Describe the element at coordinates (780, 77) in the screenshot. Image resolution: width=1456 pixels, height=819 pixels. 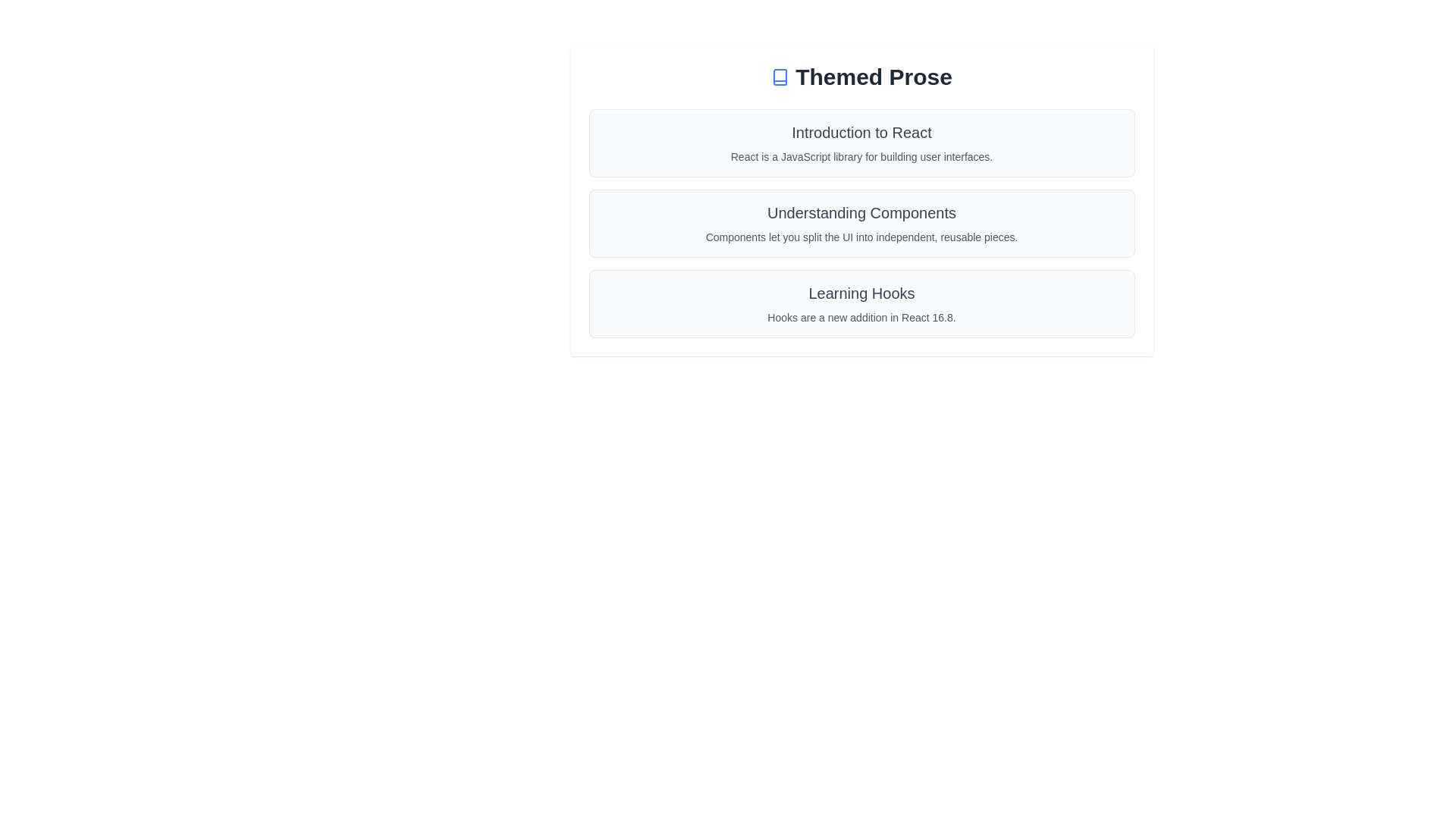
I see `the decorative SVG icon representing a 'book' located to the left of the text 'Themed Prose'` at that location.